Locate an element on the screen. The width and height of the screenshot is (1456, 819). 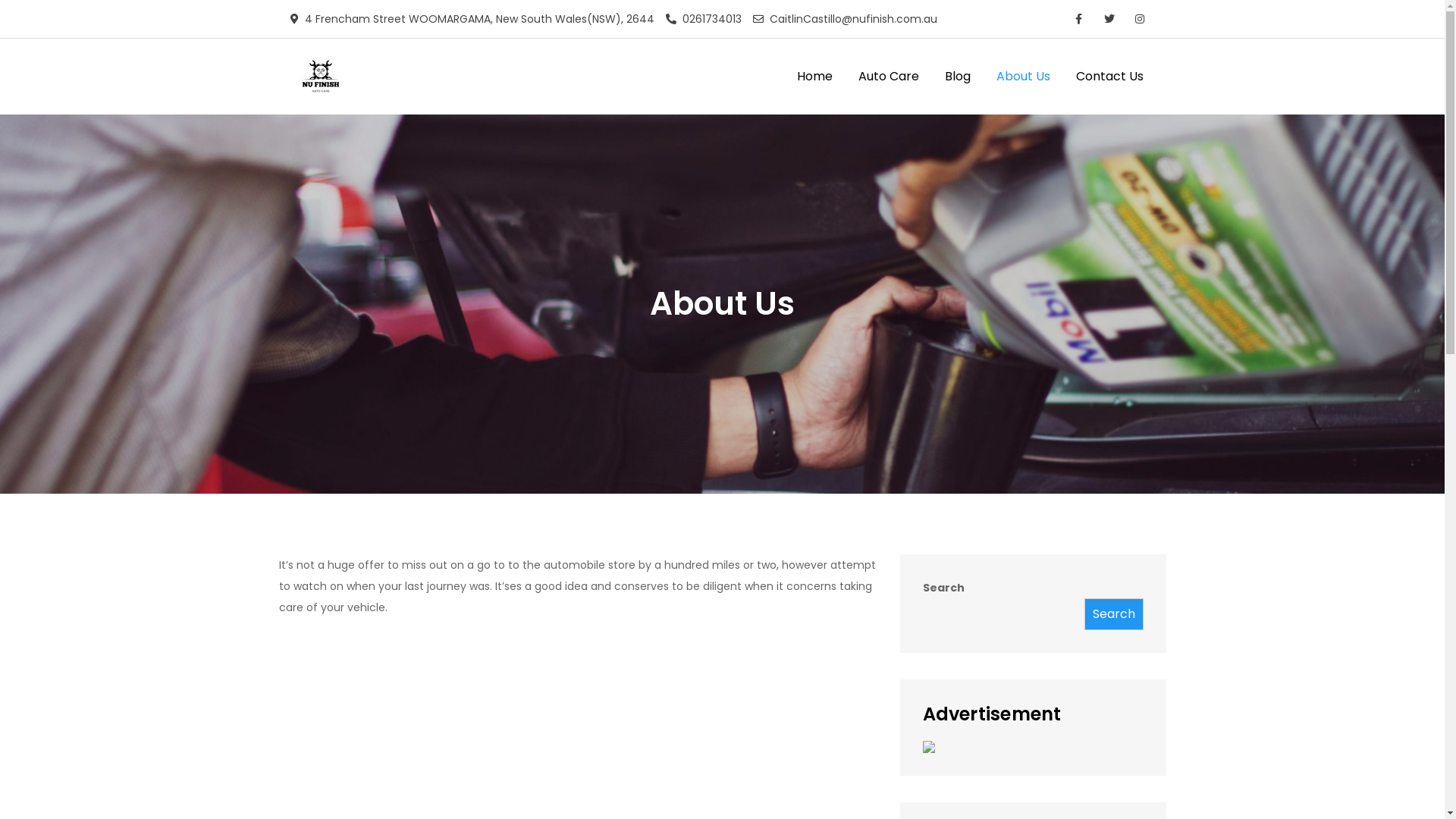
'CaitlinCastillo@nufinish.com.au' is located at coordinates (843, 18).